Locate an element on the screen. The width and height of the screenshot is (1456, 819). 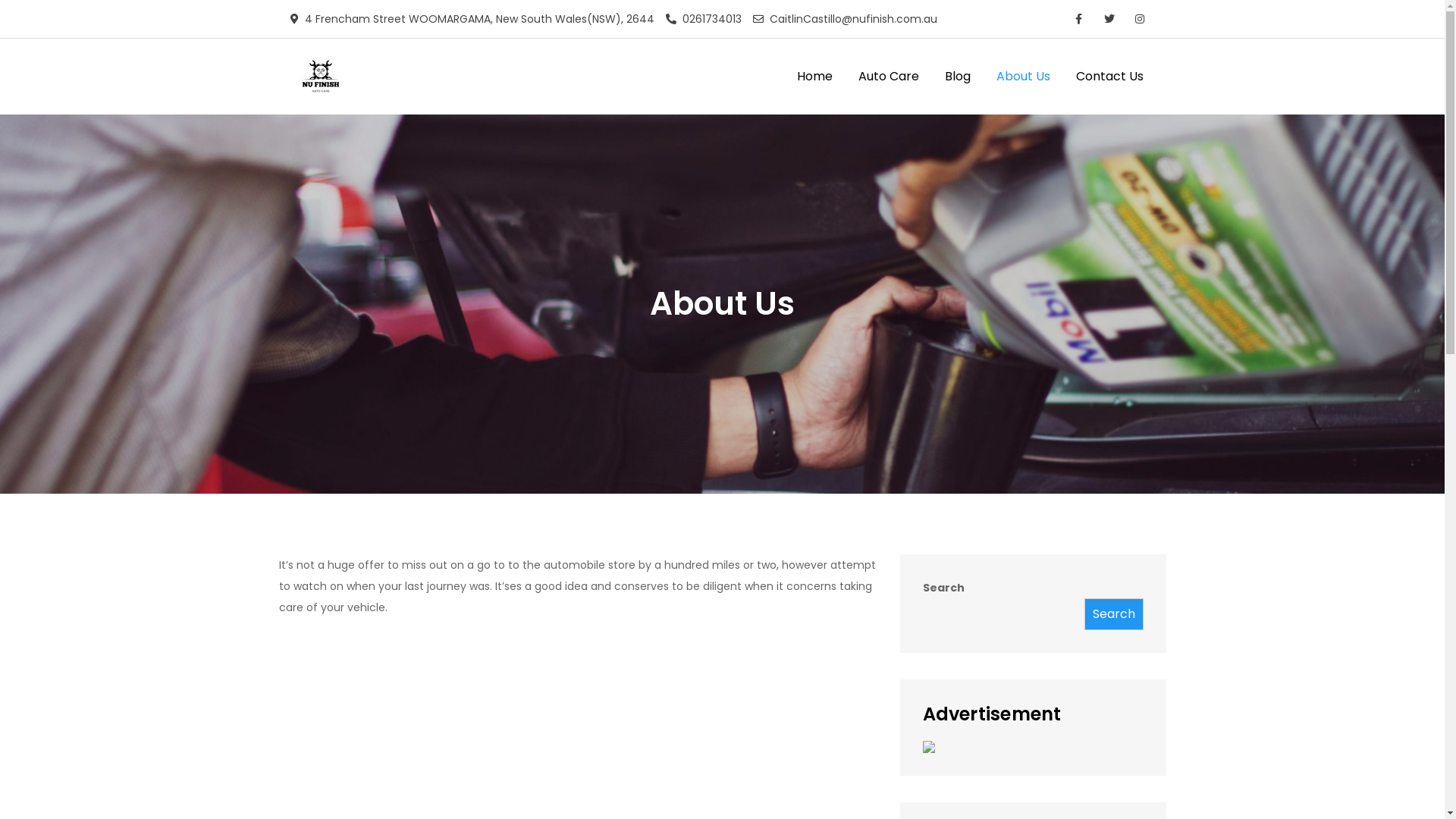
'CaitlinCastillo@nufinish.com.au' is located at coordinates (843, 18).